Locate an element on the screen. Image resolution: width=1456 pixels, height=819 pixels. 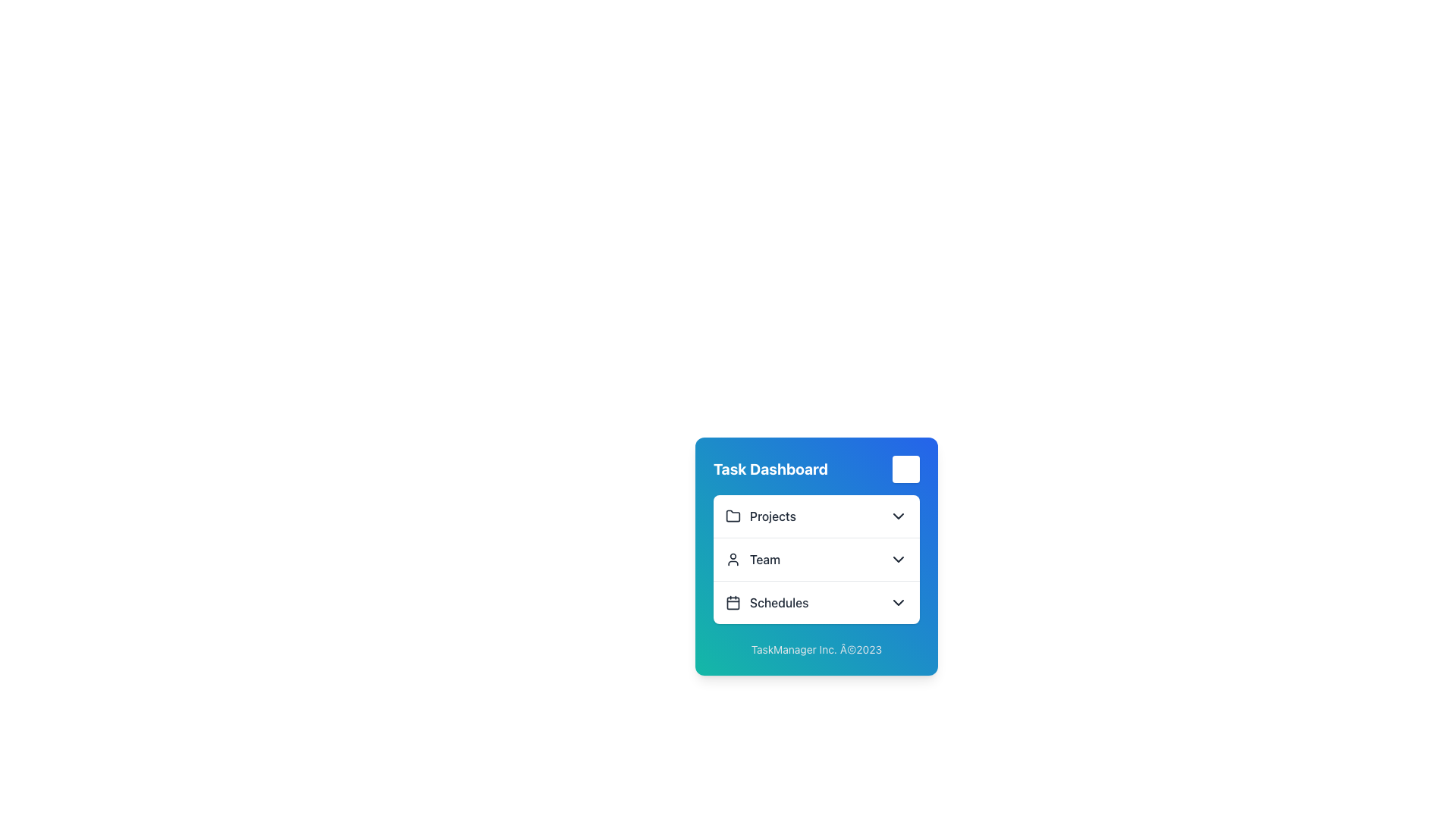
the 'Projects' list item, which features a folder icon on the left and is the first selectable item in the task management interface is located at coordinates (761, 516).